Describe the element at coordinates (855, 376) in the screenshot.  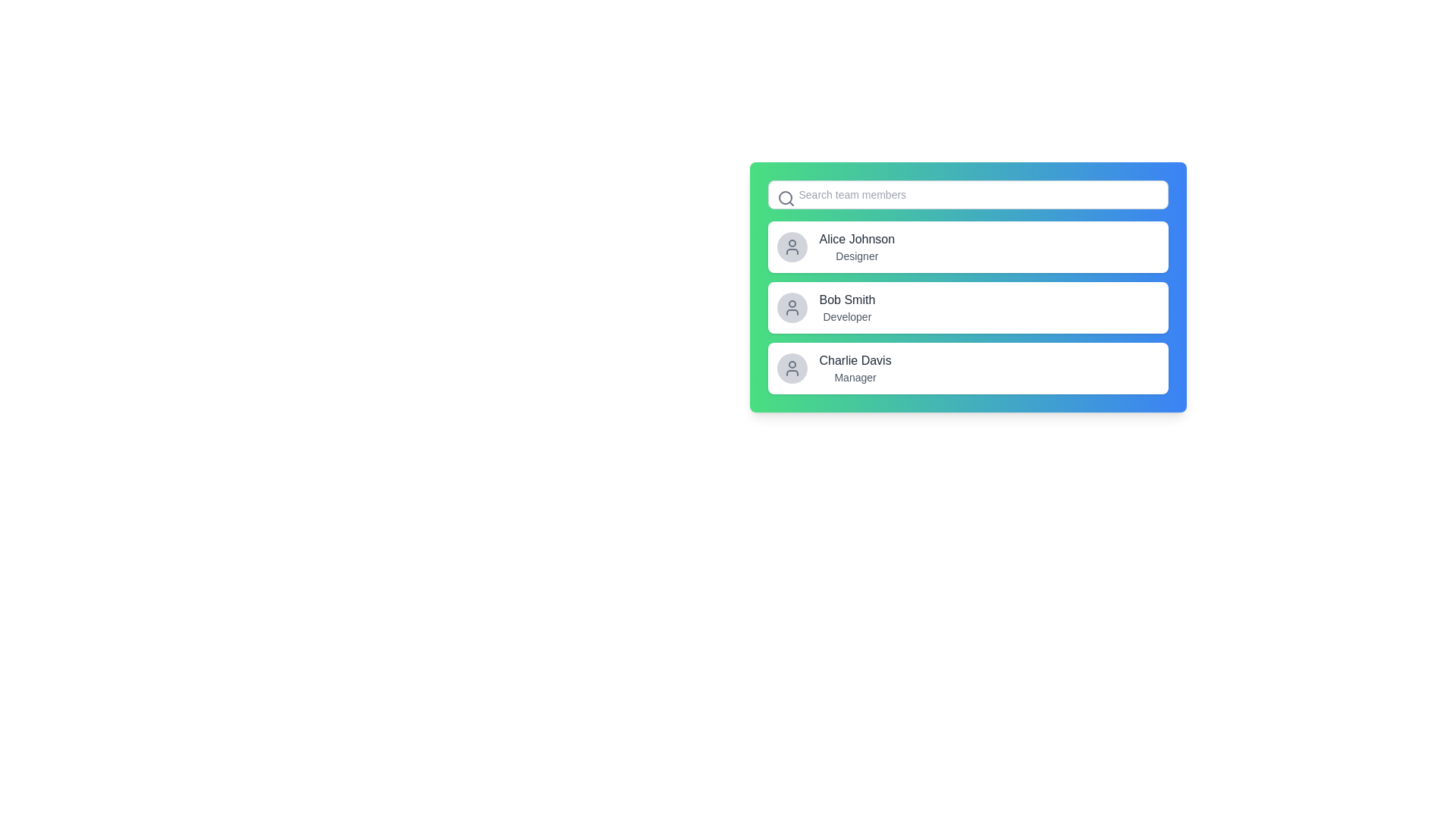
I see `the static text element displaying 'Manager', which is located directly below 'Charlie Davis' in the third profile card of the team members list` at that location.